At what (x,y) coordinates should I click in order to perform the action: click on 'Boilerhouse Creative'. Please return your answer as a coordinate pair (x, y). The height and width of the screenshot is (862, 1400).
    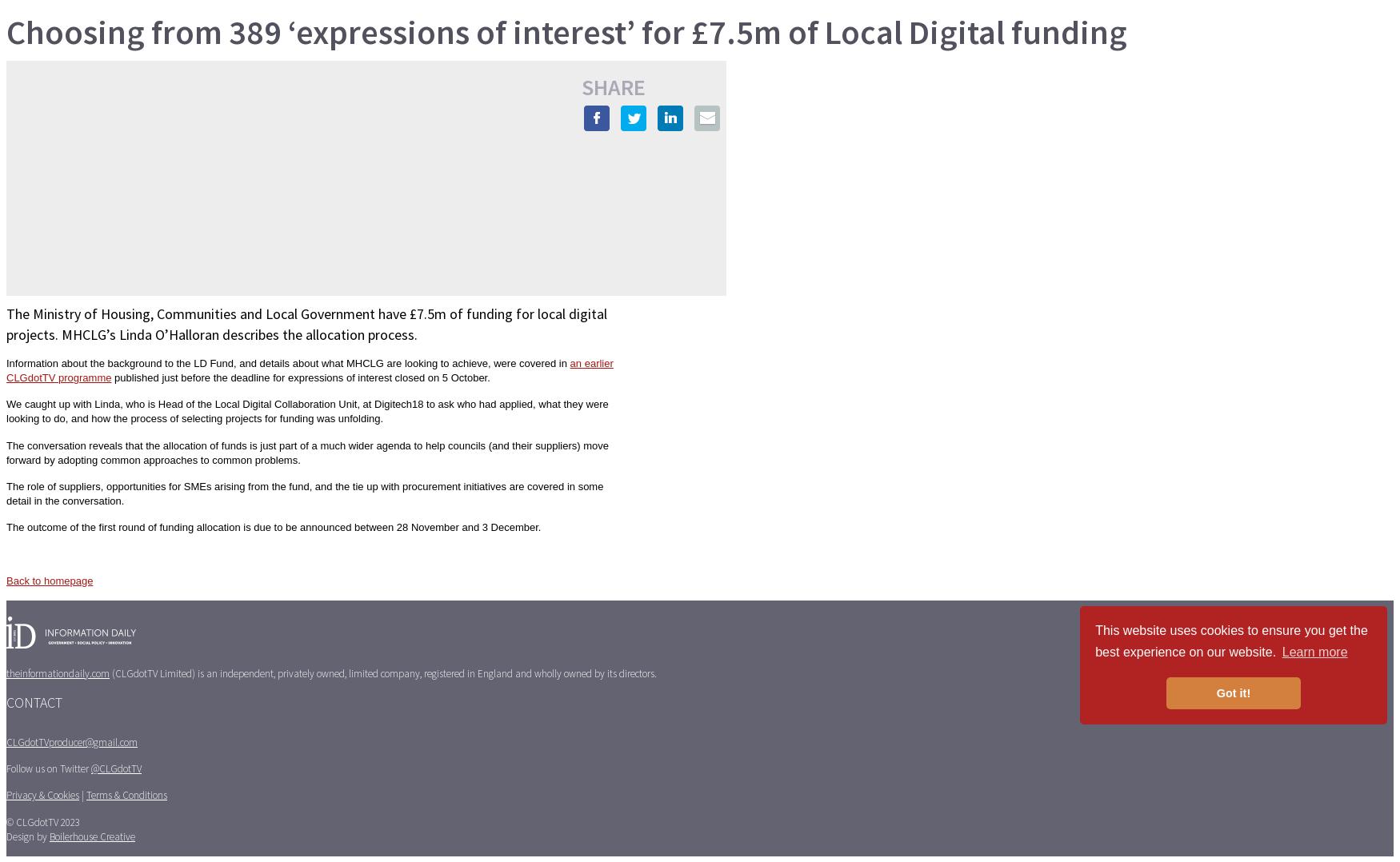
    Looking at the image, I should click on (92, 836).